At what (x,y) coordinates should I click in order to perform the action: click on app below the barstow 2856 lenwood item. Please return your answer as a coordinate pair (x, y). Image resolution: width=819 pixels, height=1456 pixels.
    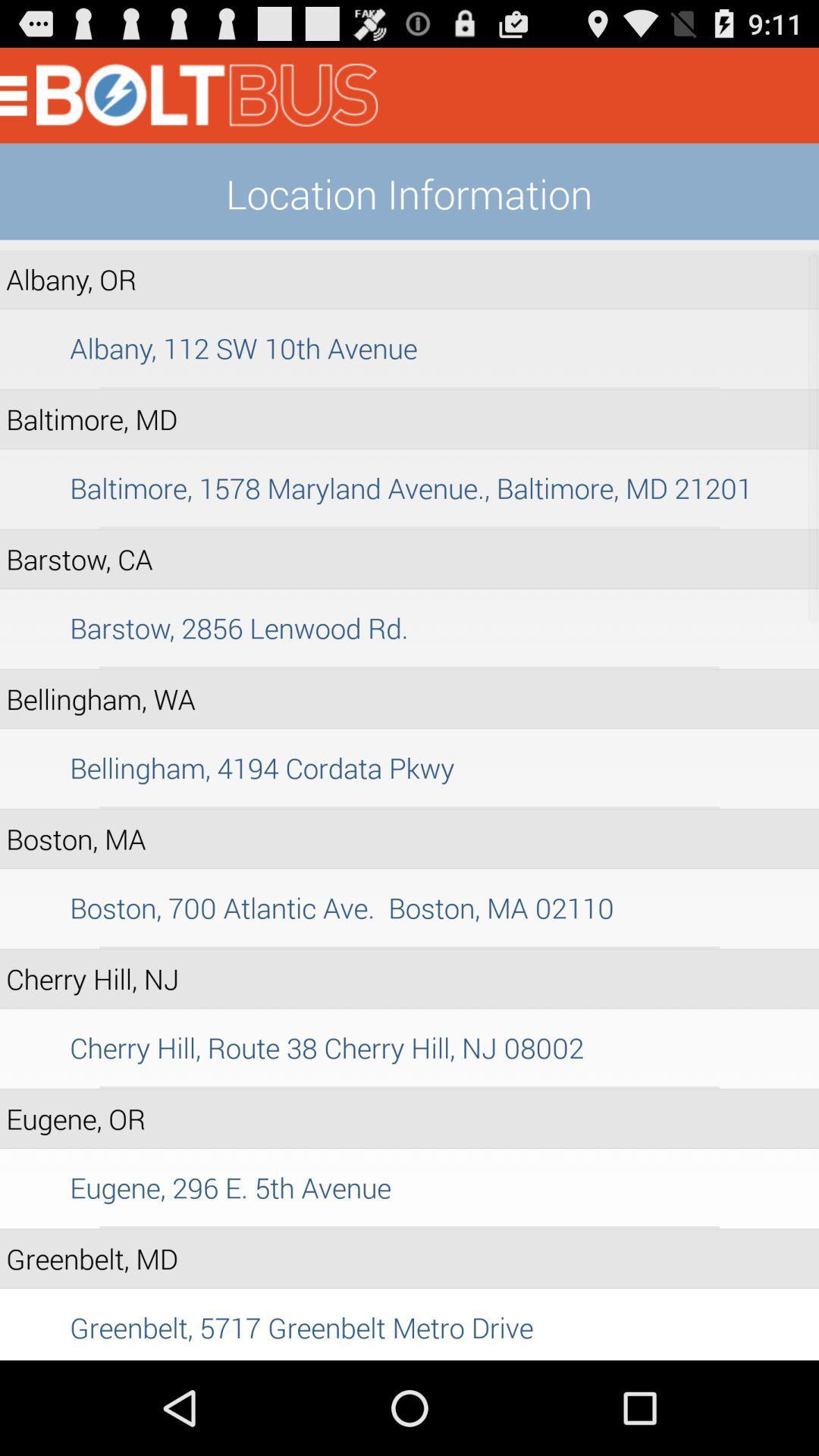
    Looking at the image, I should click on (409, 667).